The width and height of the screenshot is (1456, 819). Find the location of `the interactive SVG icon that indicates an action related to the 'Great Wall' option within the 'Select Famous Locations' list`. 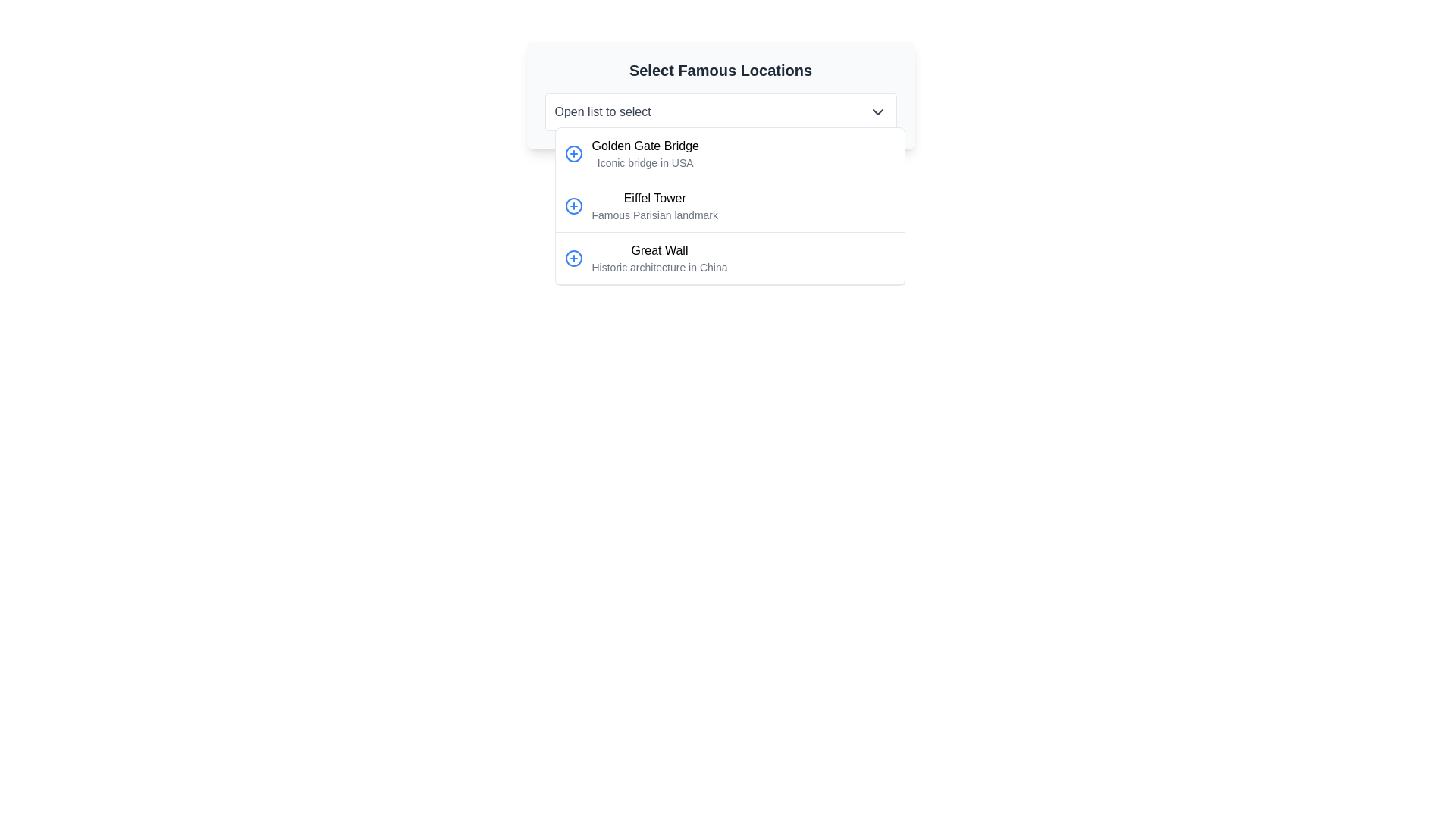

the interactive SVG icon that indicates an action related to the 'Great Wall' option within the 'Select Famous Locations' list is located at coordinates (573, 257).